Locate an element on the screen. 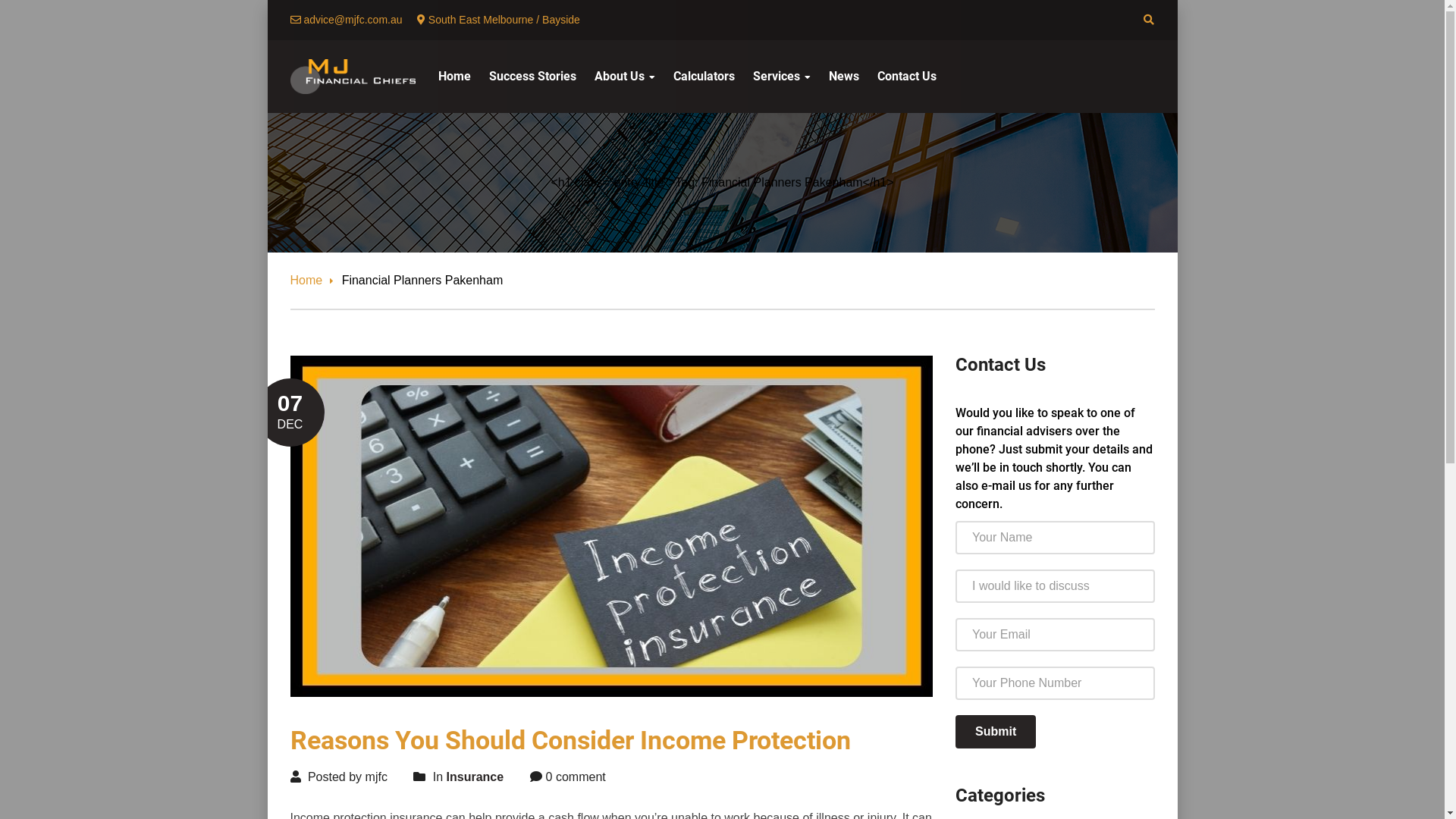  'Insurance' is located at coordinates (475, 777).